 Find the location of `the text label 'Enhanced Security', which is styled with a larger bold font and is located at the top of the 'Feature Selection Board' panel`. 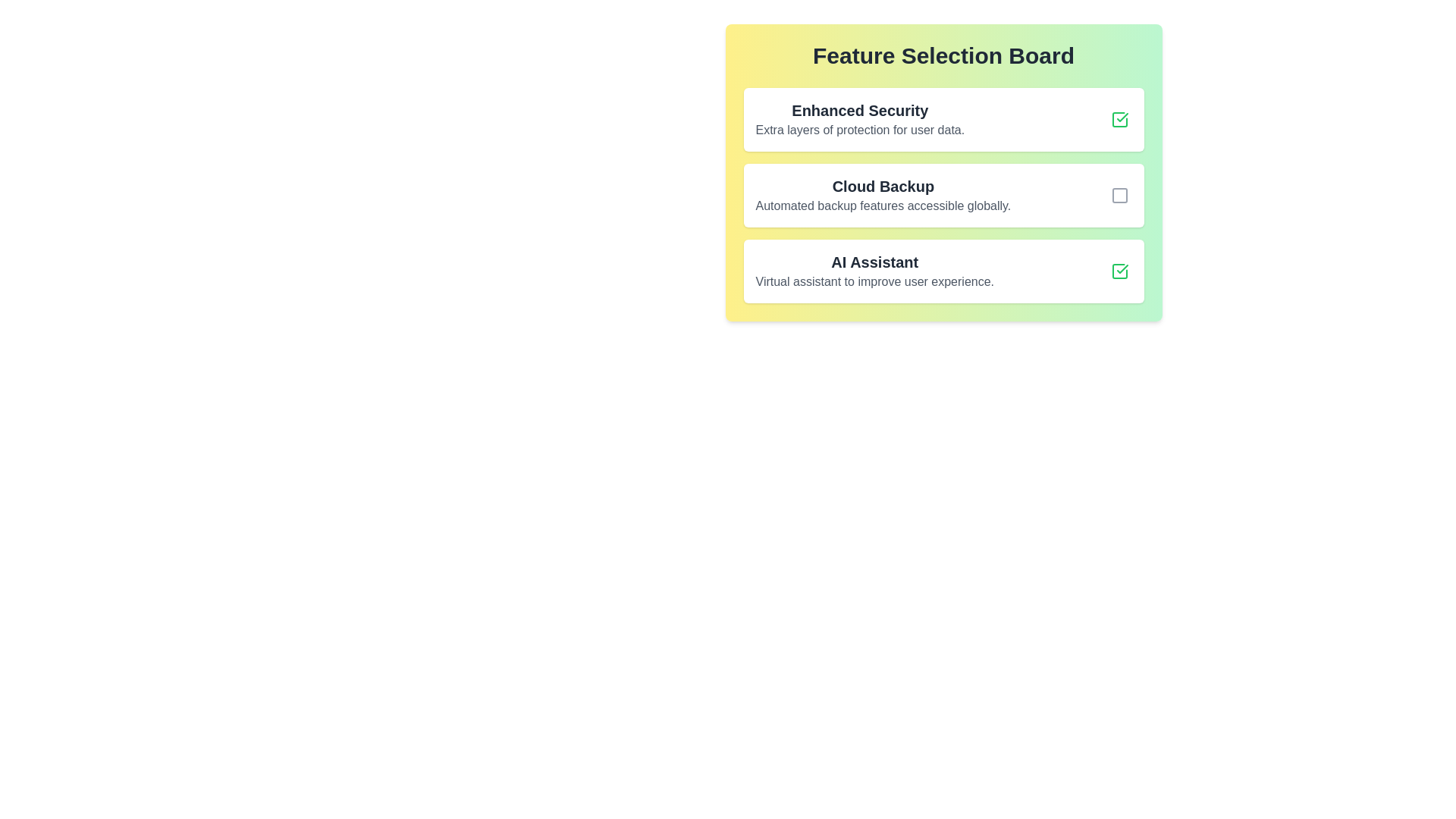

the text label 'Enhanced Security', which is styled with a larger bold font and is located at the top of the 'Feature Selection Board' panel is located at coordinates (860, 110).